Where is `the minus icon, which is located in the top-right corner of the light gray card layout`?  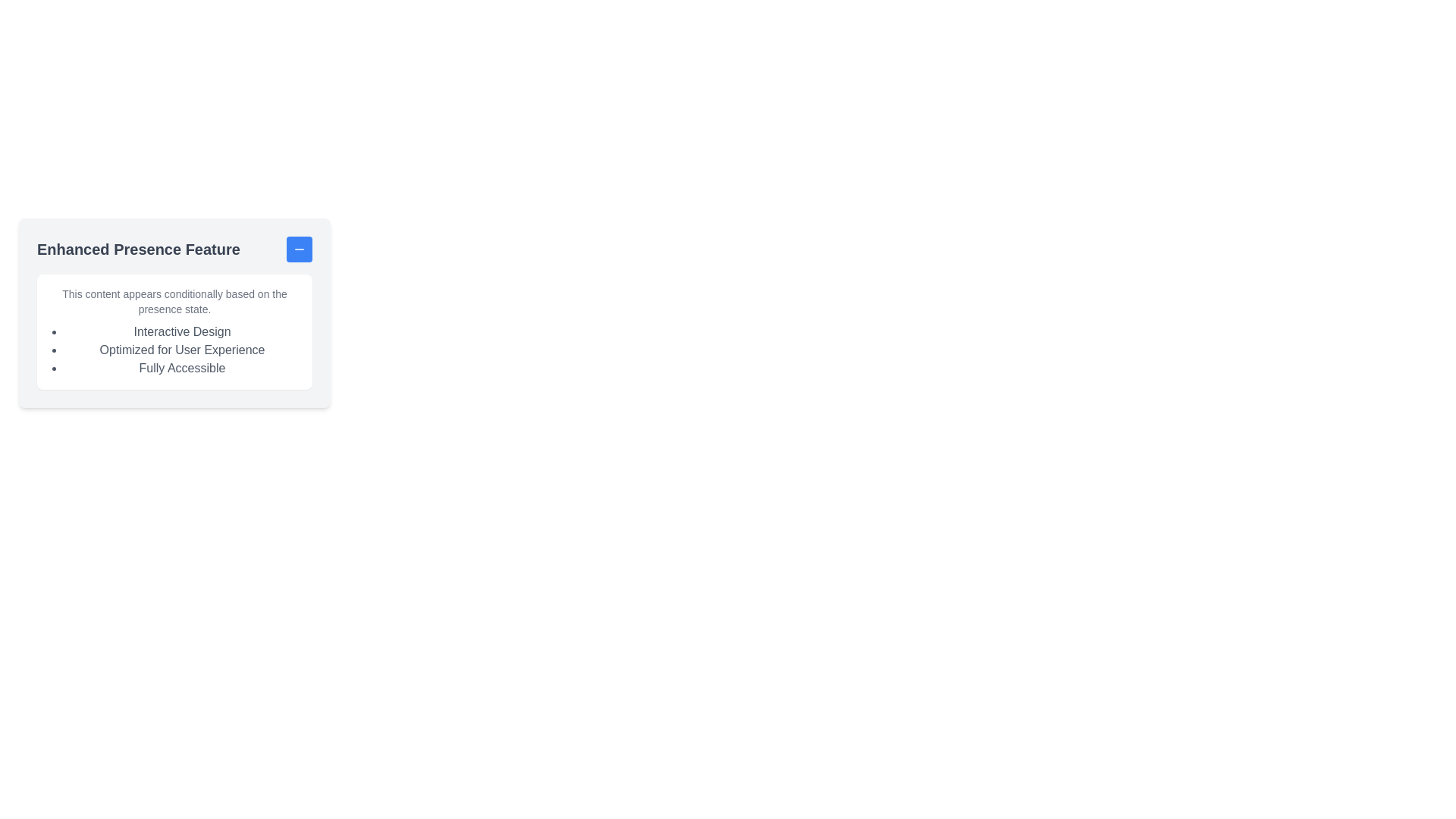 the minus icon, which is located in the top-right corner of the light gray card layout is located at coordinates (299, 248).